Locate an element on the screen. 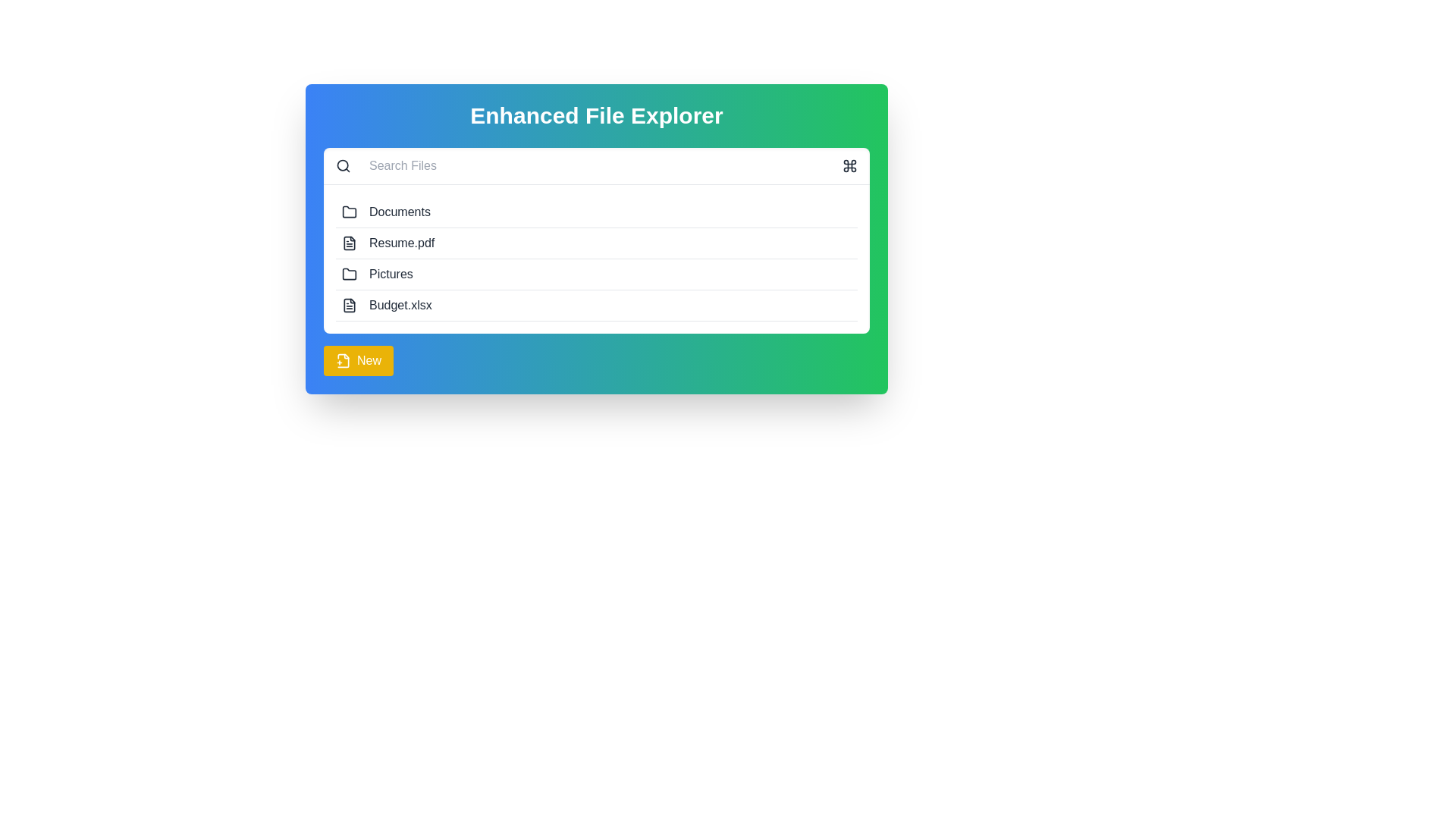 This screenshot has height=819, width=1456. the circular graphical icon component of the search icon located to the left of the 'Search Files' text input field is located at coordinates (342, 165).